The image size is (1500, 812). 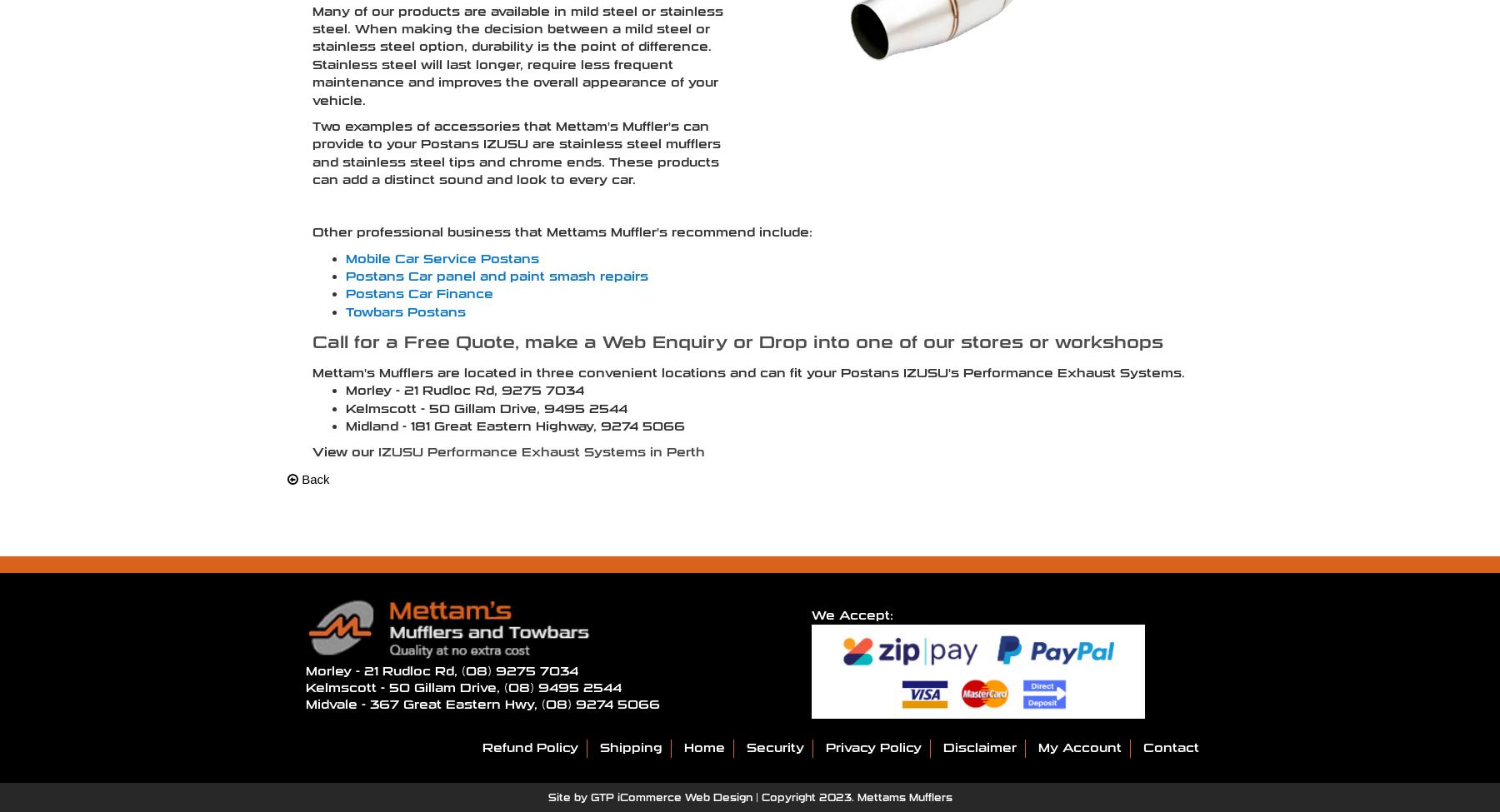 What do you see at coordinates (345, 451) in the screenshot?
I see `'View our'` at bounding box center [345, 451].